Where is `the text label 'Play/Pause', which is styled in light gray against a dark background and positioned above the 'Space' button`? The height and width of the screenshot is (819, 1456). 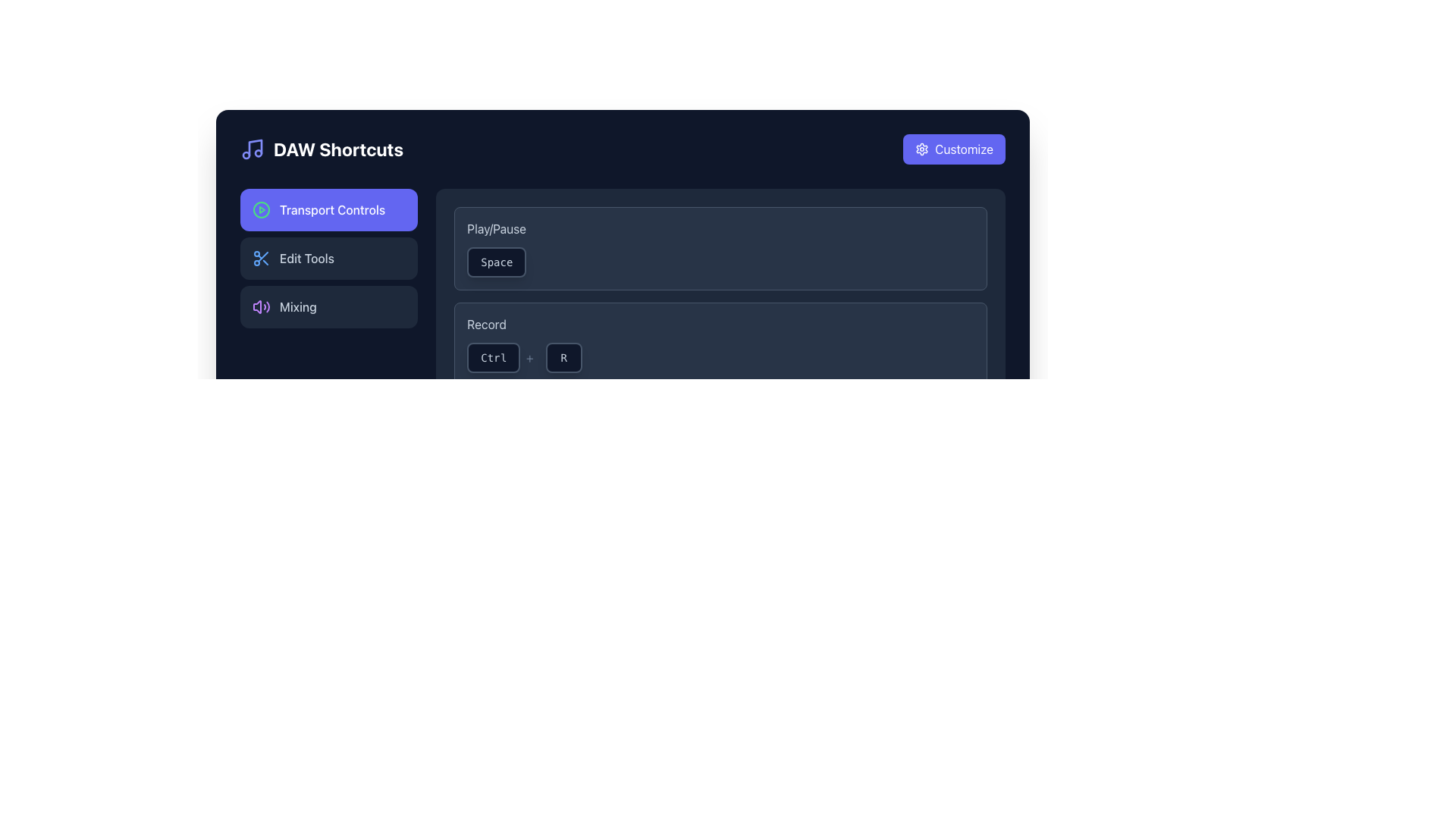 the text label 'Play/Pause', which is styled in light gray against a dark background and positioned above the 'Space' button is located at coordinates (497, 228).